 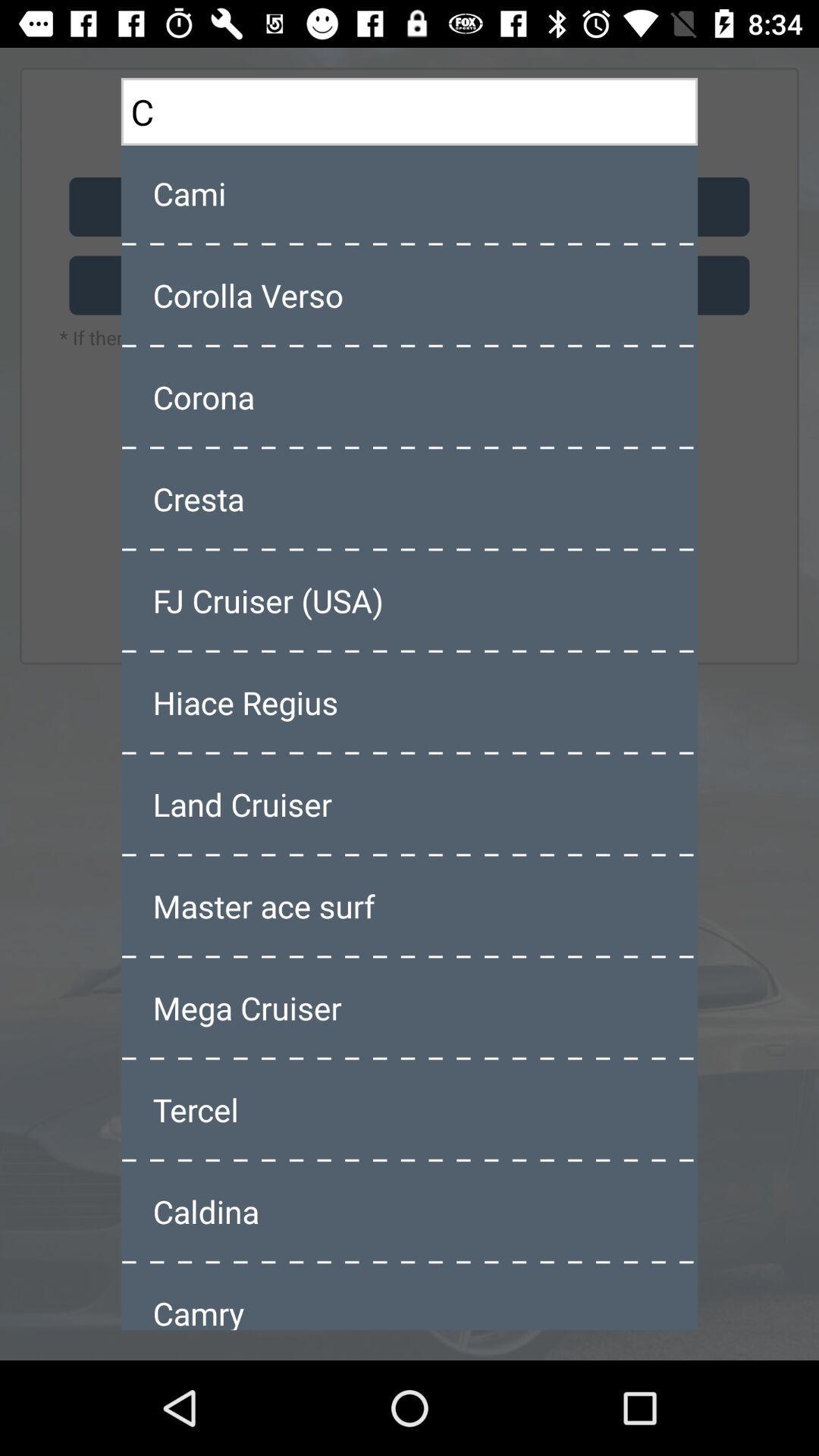 I want to click on mega cruiser icon, so click(x=409, y=1008).